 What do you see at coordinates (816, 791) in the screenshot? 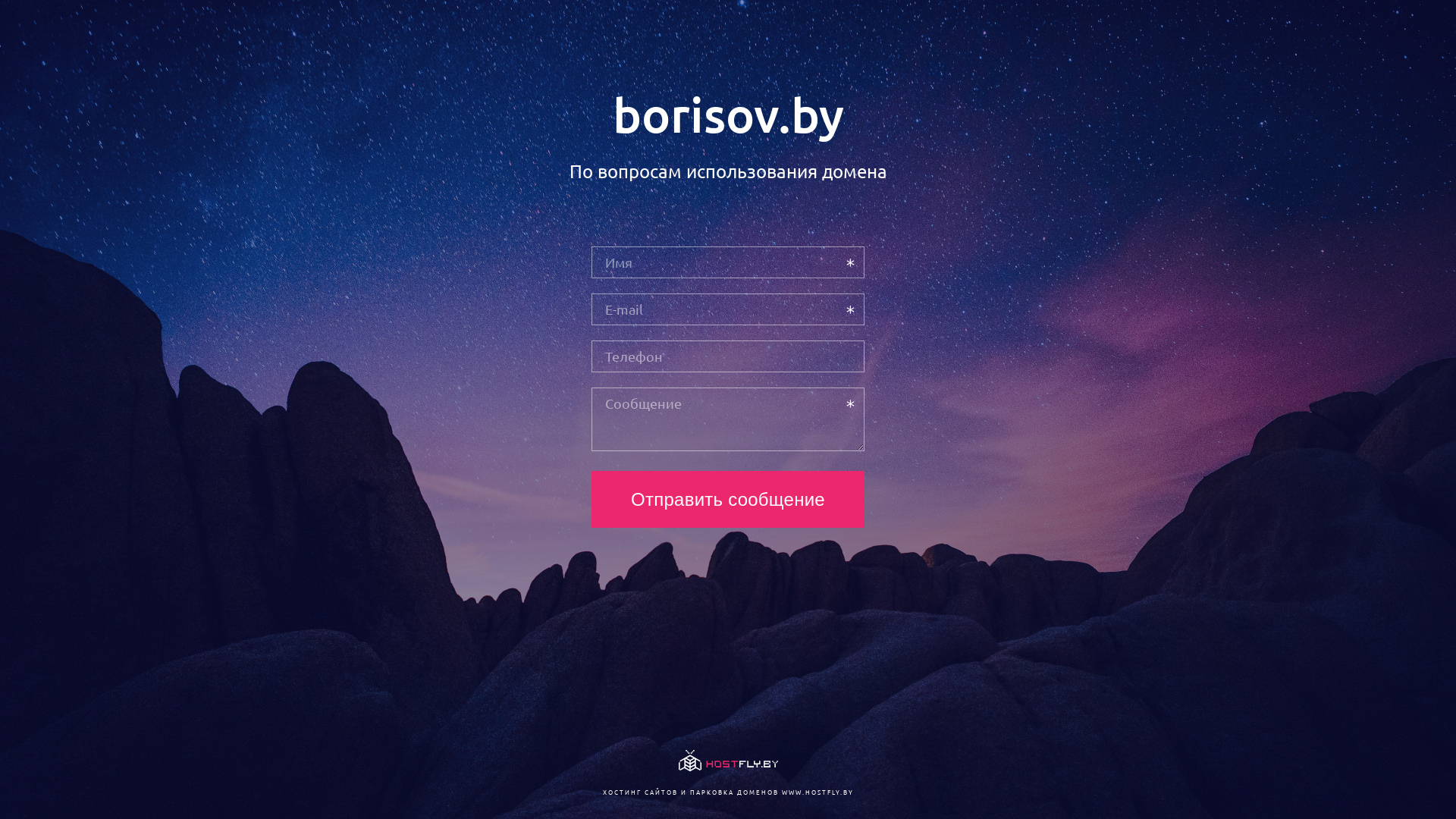
I see `'WWW.HOSTFLY.BY'` at bounding box center [816, 791].